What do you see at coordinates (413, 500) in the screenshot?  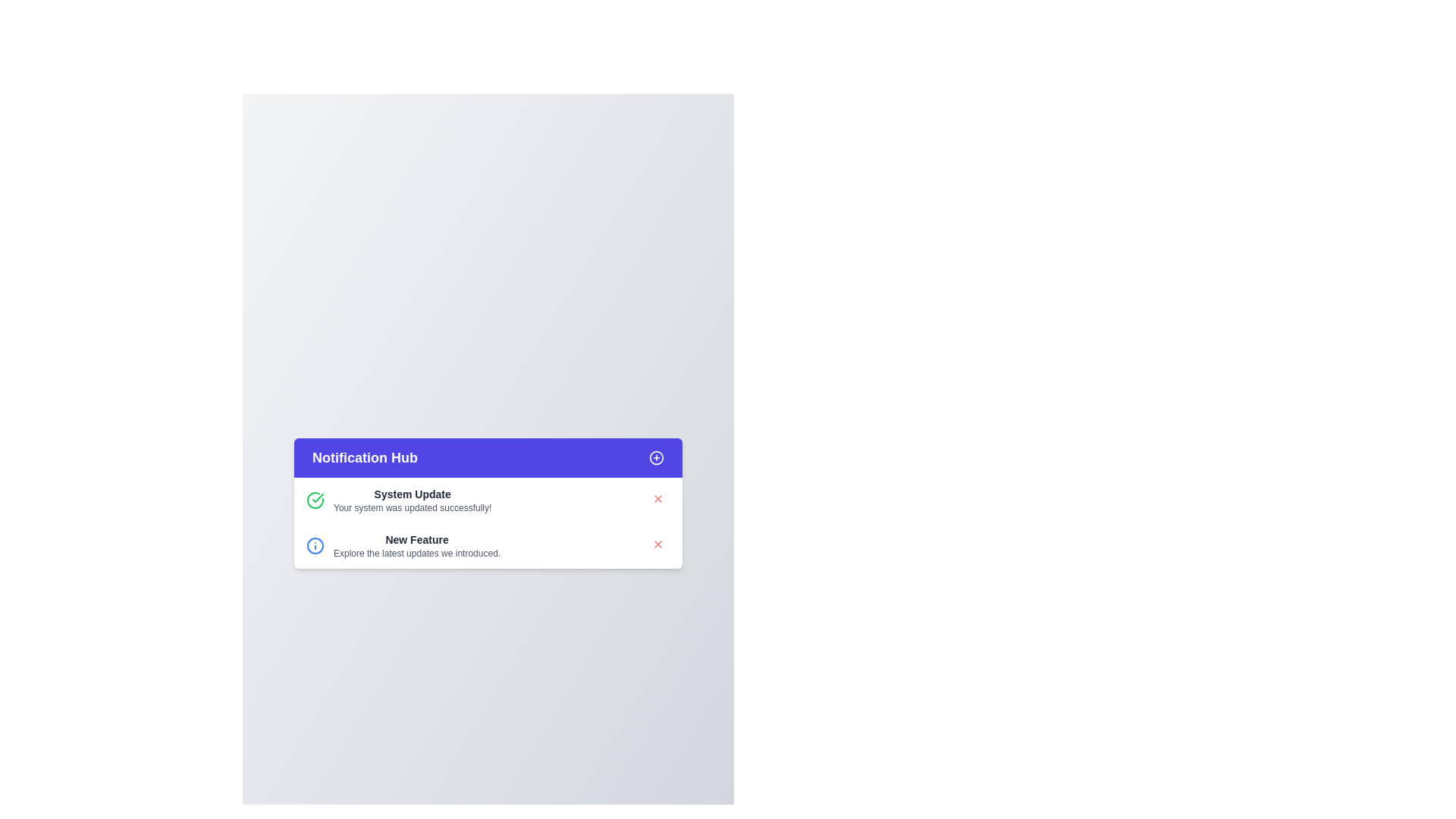 I see `the text element providing informative feedback about the system update status, located under the 'Notification Hub' heading and to the right of the green checkbox icon` at bounding box center [413, 500].